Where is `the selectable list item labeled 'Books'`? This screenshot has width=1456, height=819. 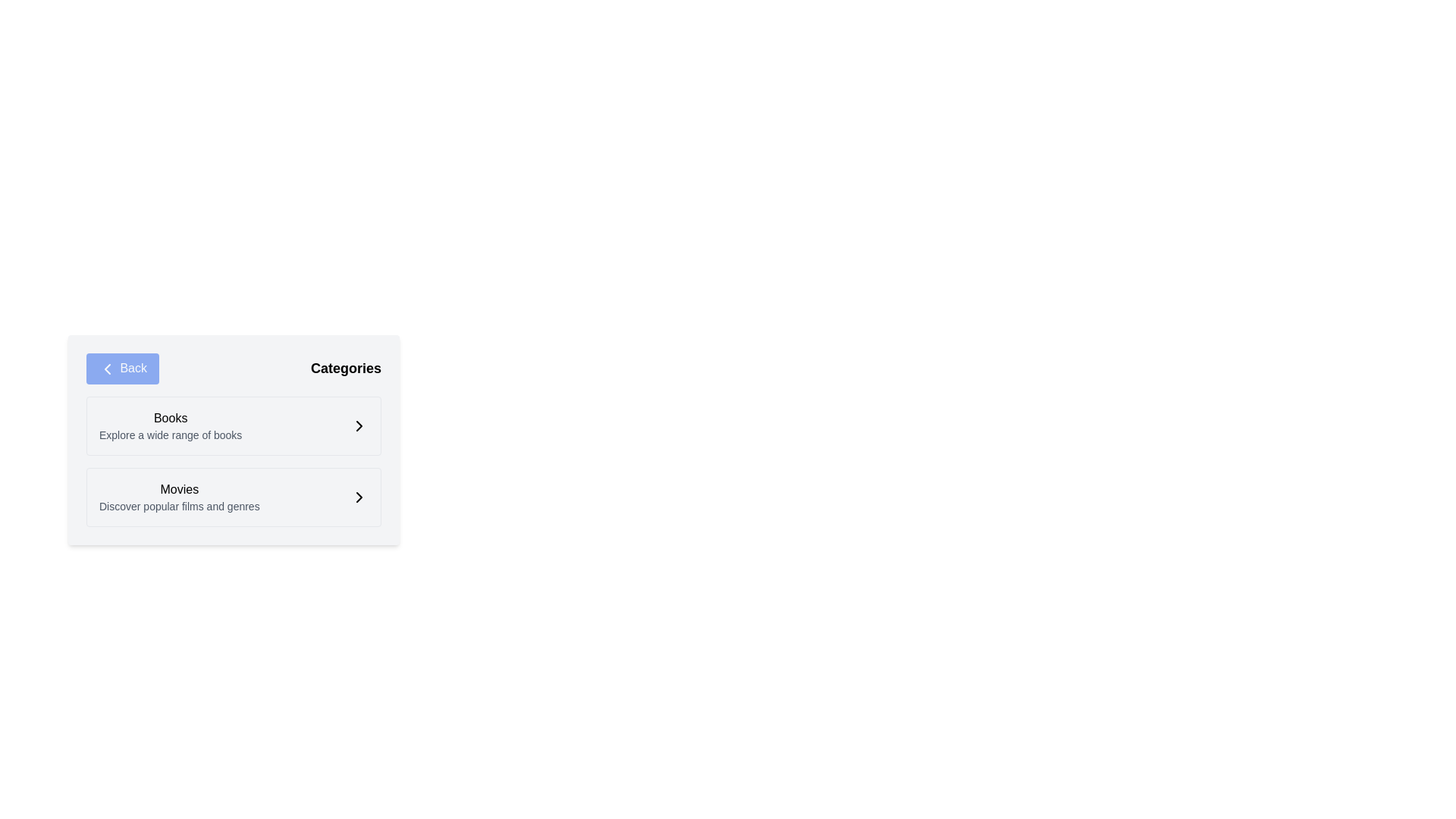
the selectable list item labeled 'Books' is located at coordinates (233, 440).